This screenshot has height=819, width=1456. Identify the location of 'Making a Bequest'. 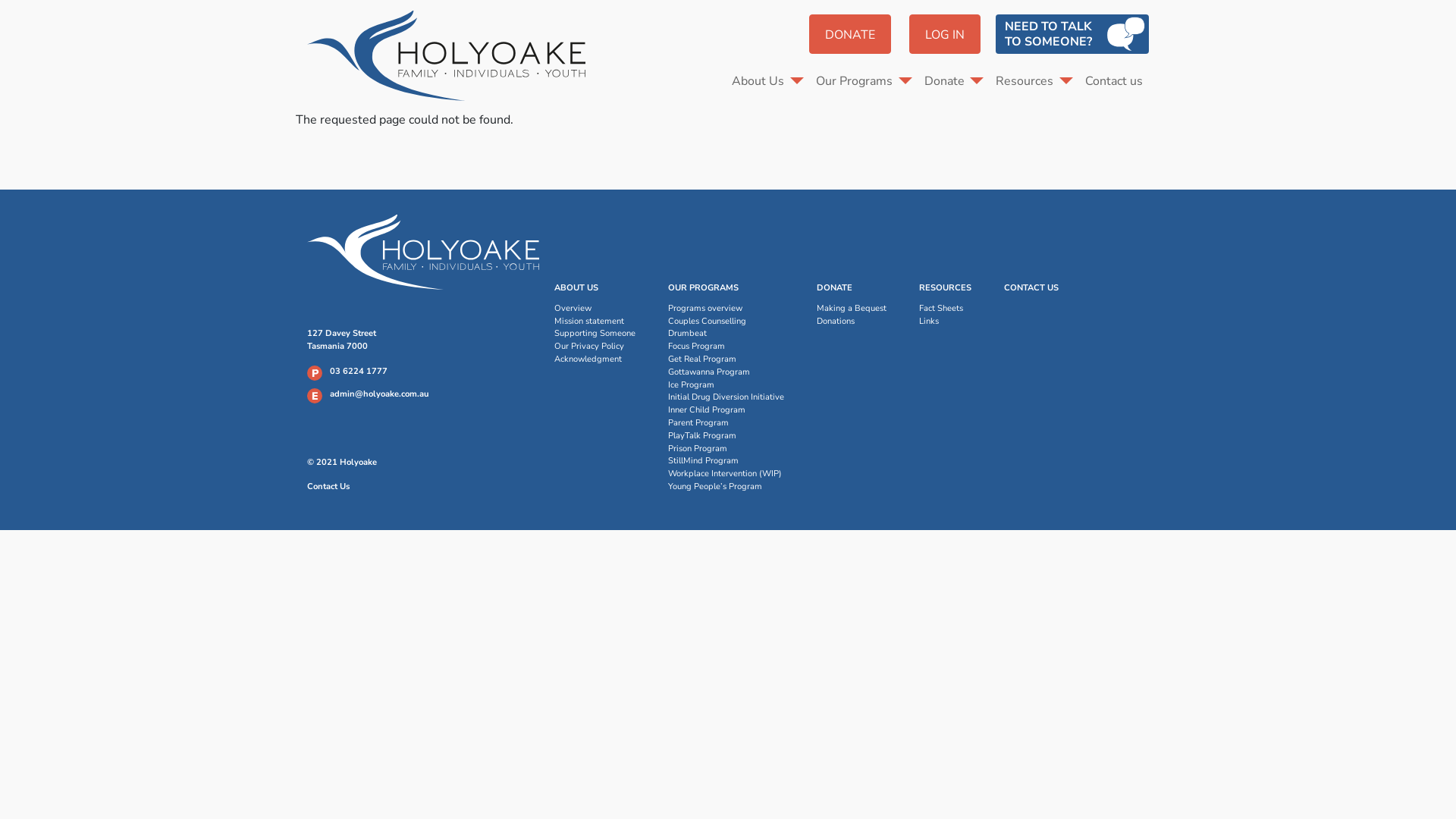
(852, 308).